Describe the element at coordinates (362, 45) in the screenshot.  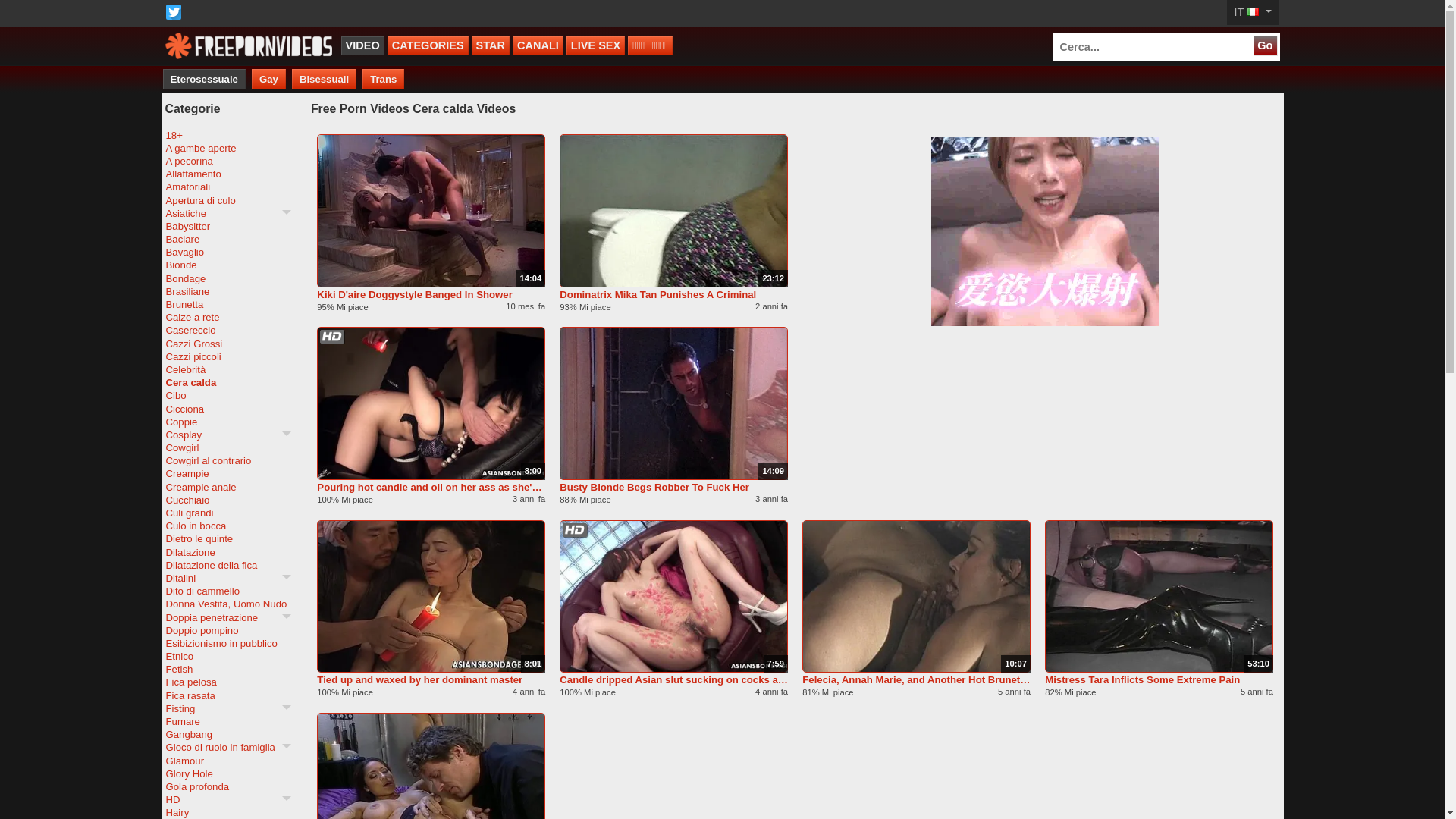
I see `'VIDEO'` at that location.